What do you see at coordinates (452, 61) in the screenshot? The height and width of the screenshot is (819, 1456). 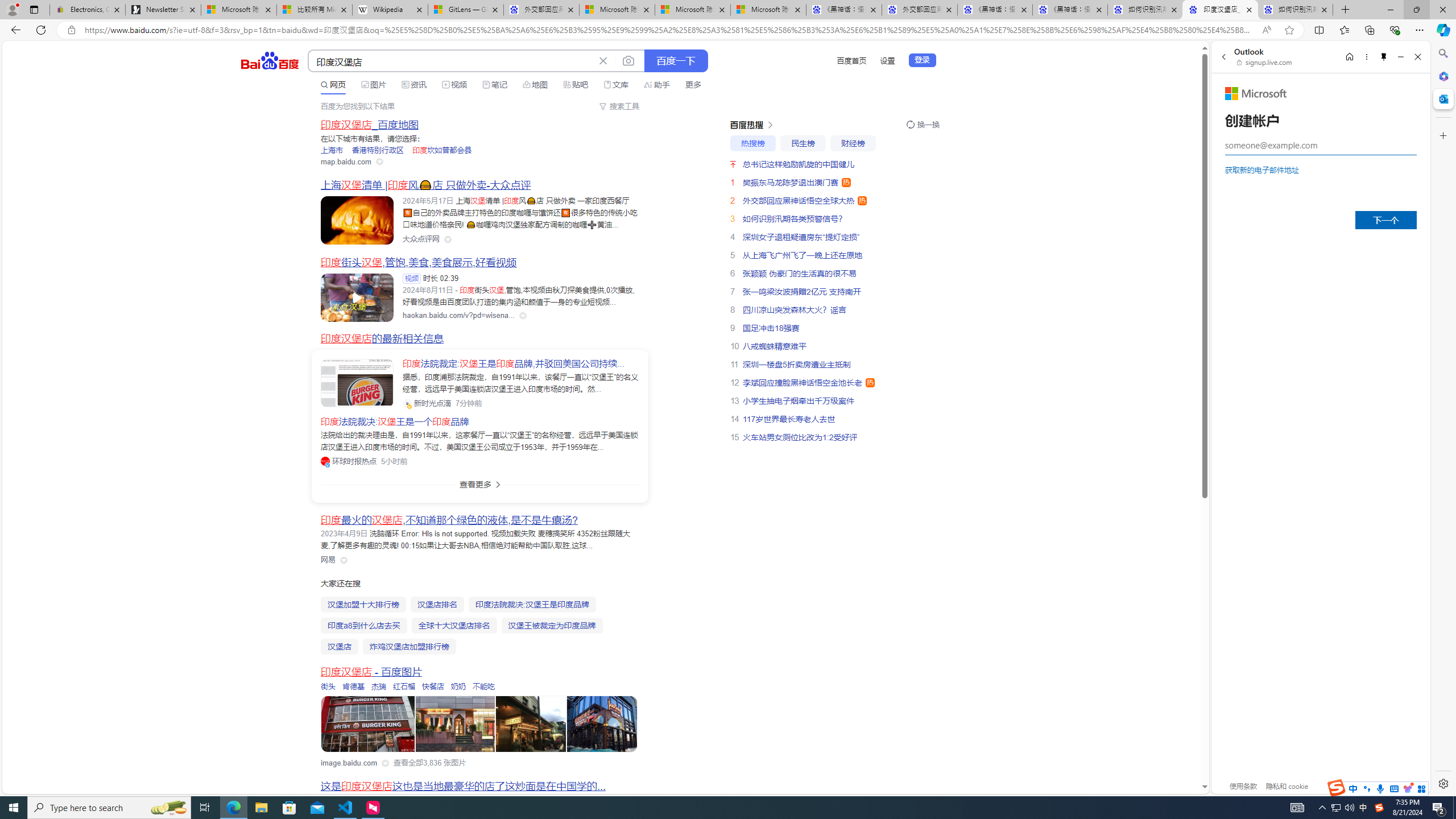 I see `'AutomationID: kw'` at bounding box center [452, 61].